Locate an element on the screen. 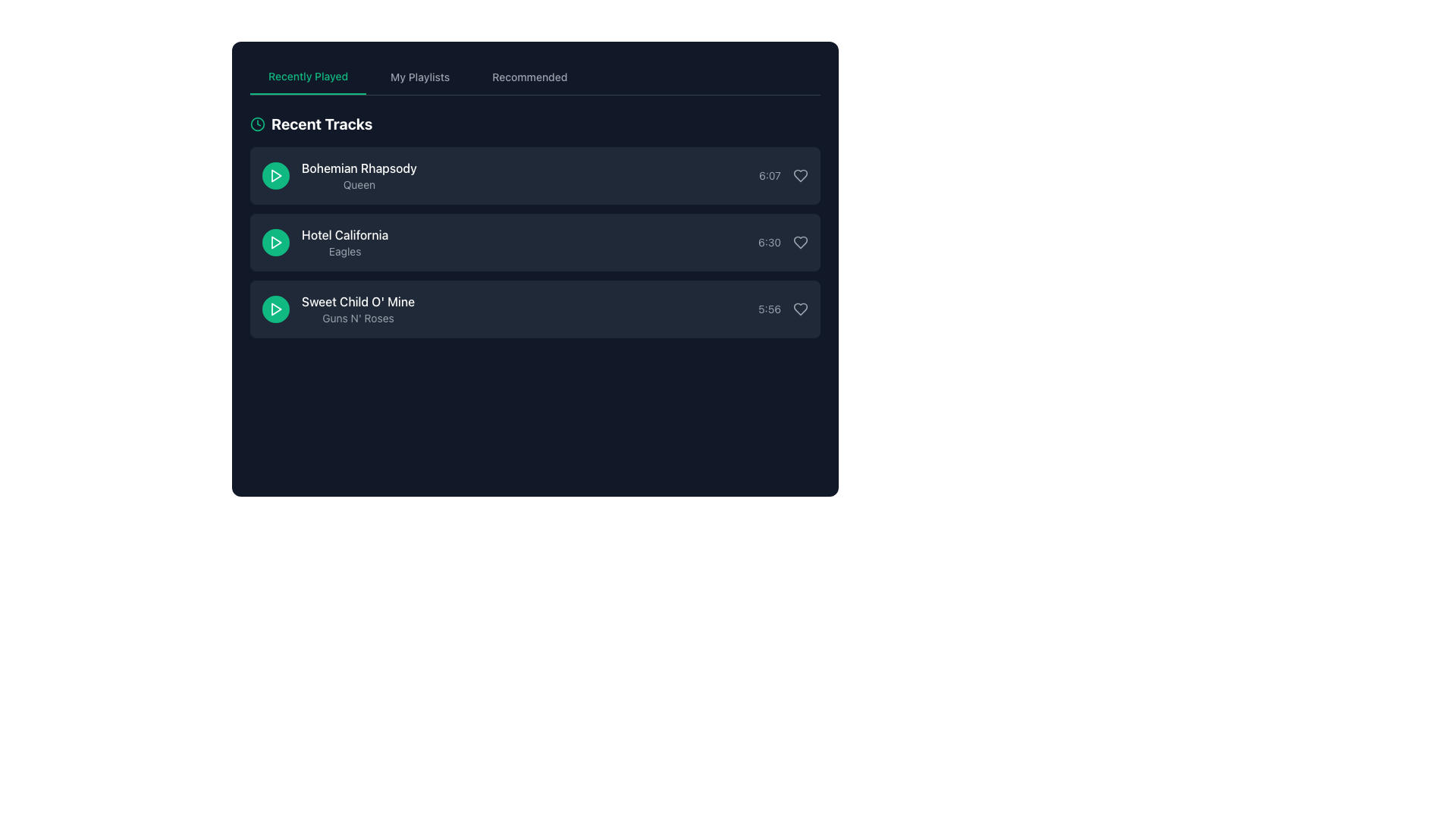  the first item in the 'Recent Tracks' list is located at coordinates (535, 174).